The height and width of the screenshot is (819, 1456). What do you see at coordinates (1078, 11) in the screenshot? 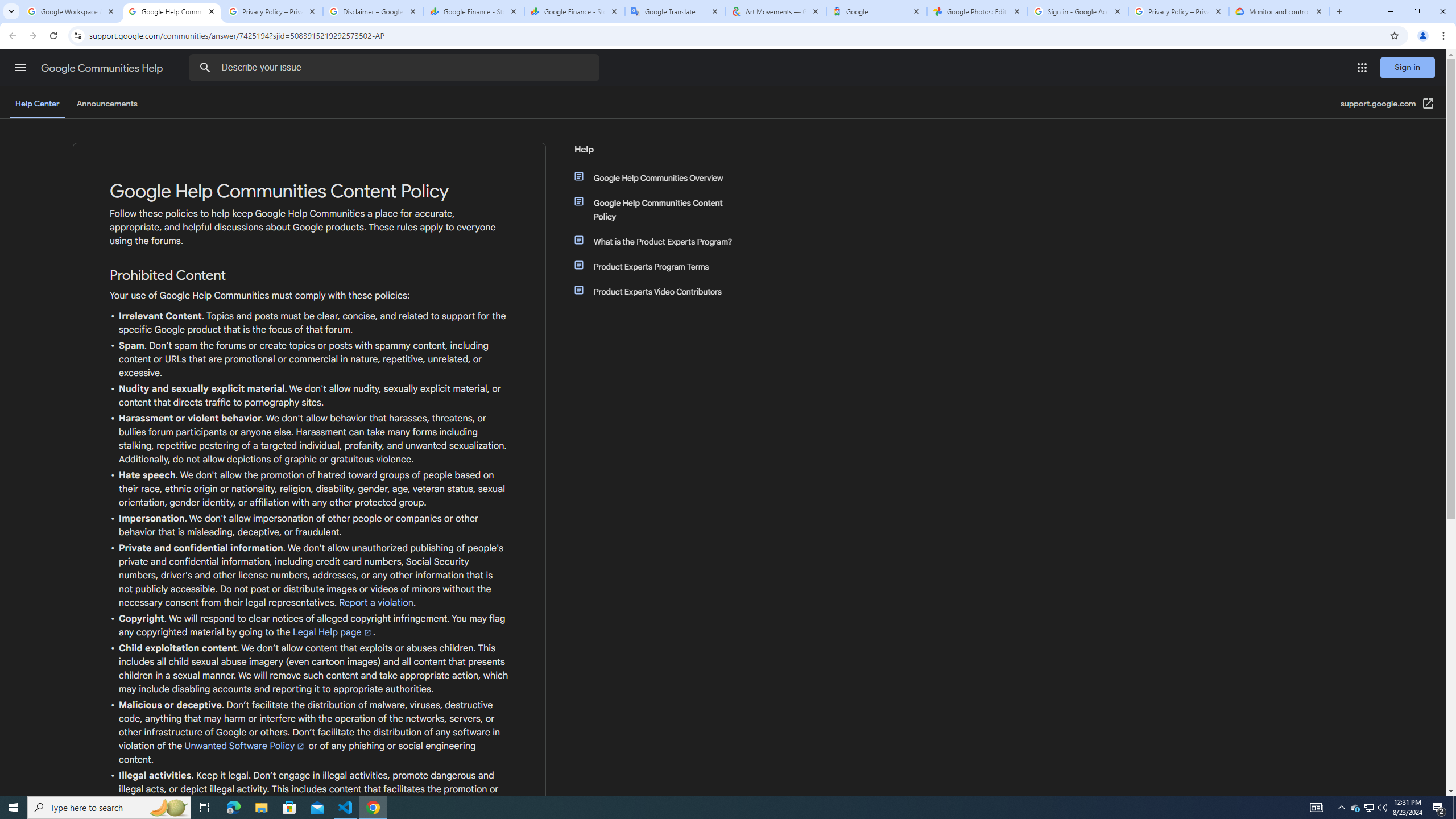
I see `'Sign in - Google Accounts'` at bounding box center [1078, 11].